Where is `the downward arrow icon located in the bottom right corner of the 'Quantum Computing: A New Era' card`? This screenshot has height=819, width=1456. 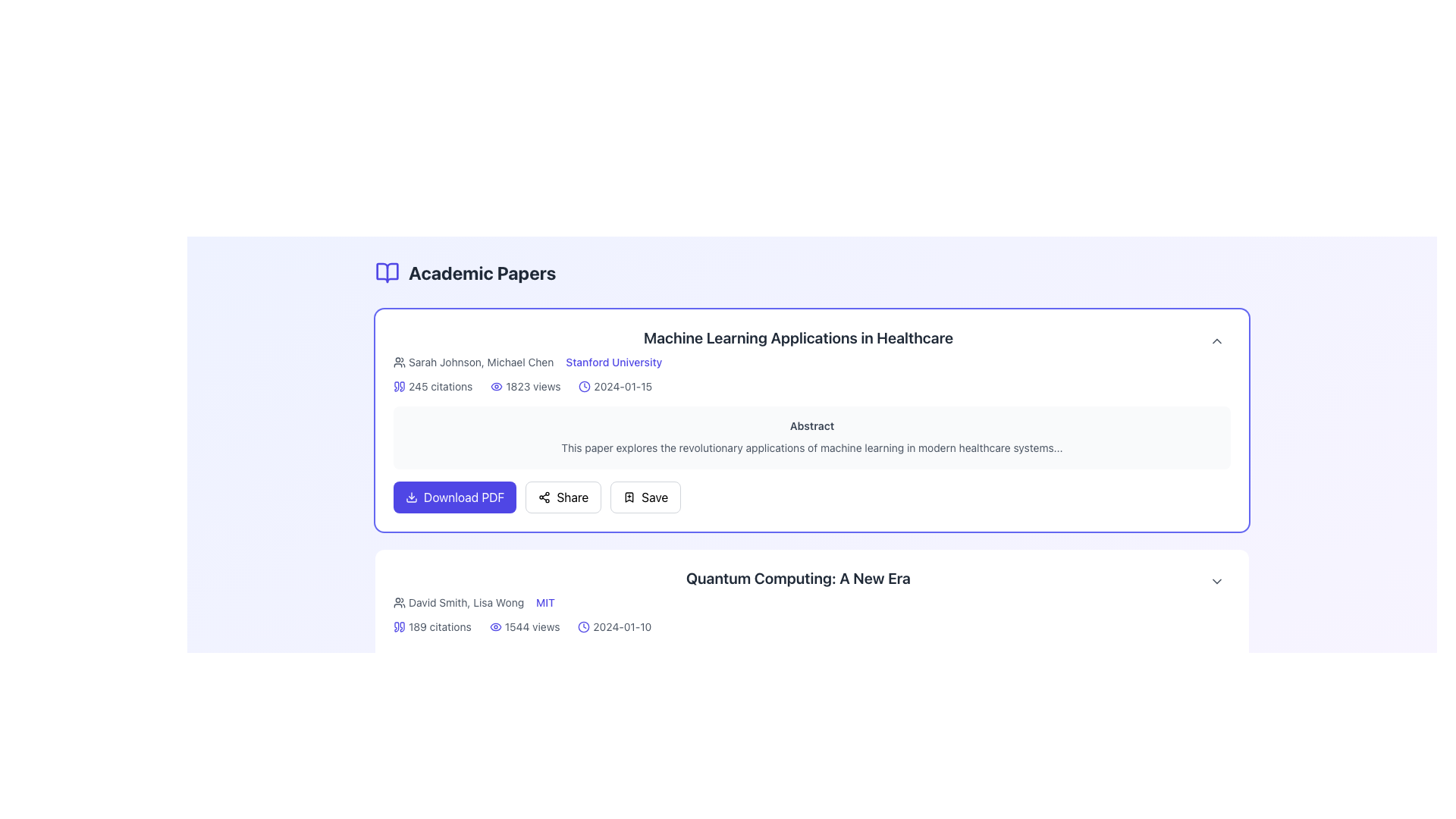
the downward arrow icon located in the bottom right corner of the 'Quantum Computing: A New Era' card is located at coordinates (1216, 580).